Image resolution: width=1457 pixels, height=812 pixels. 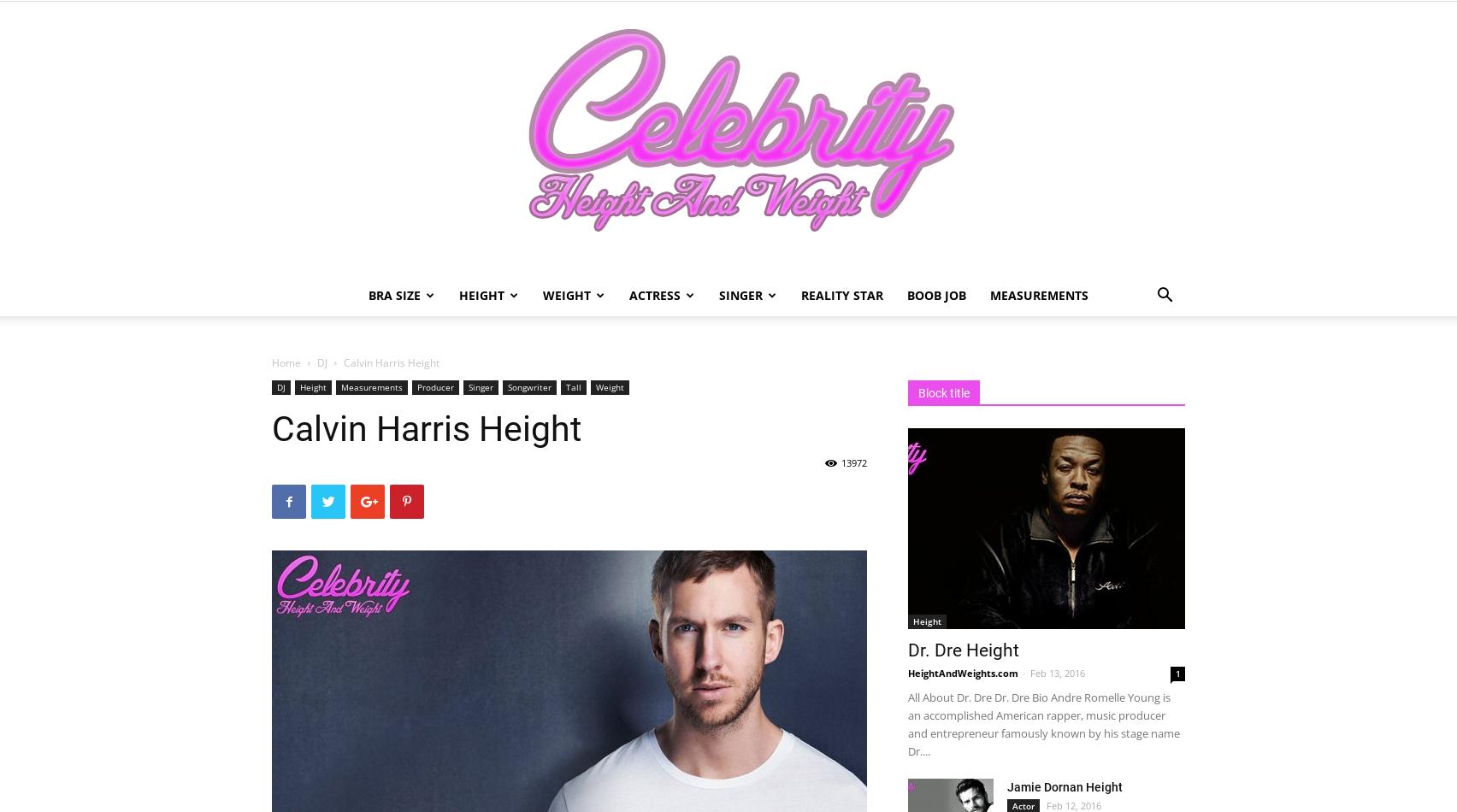 I want to click on 'Feb 13, 2016', so click(x=1056, y=672).